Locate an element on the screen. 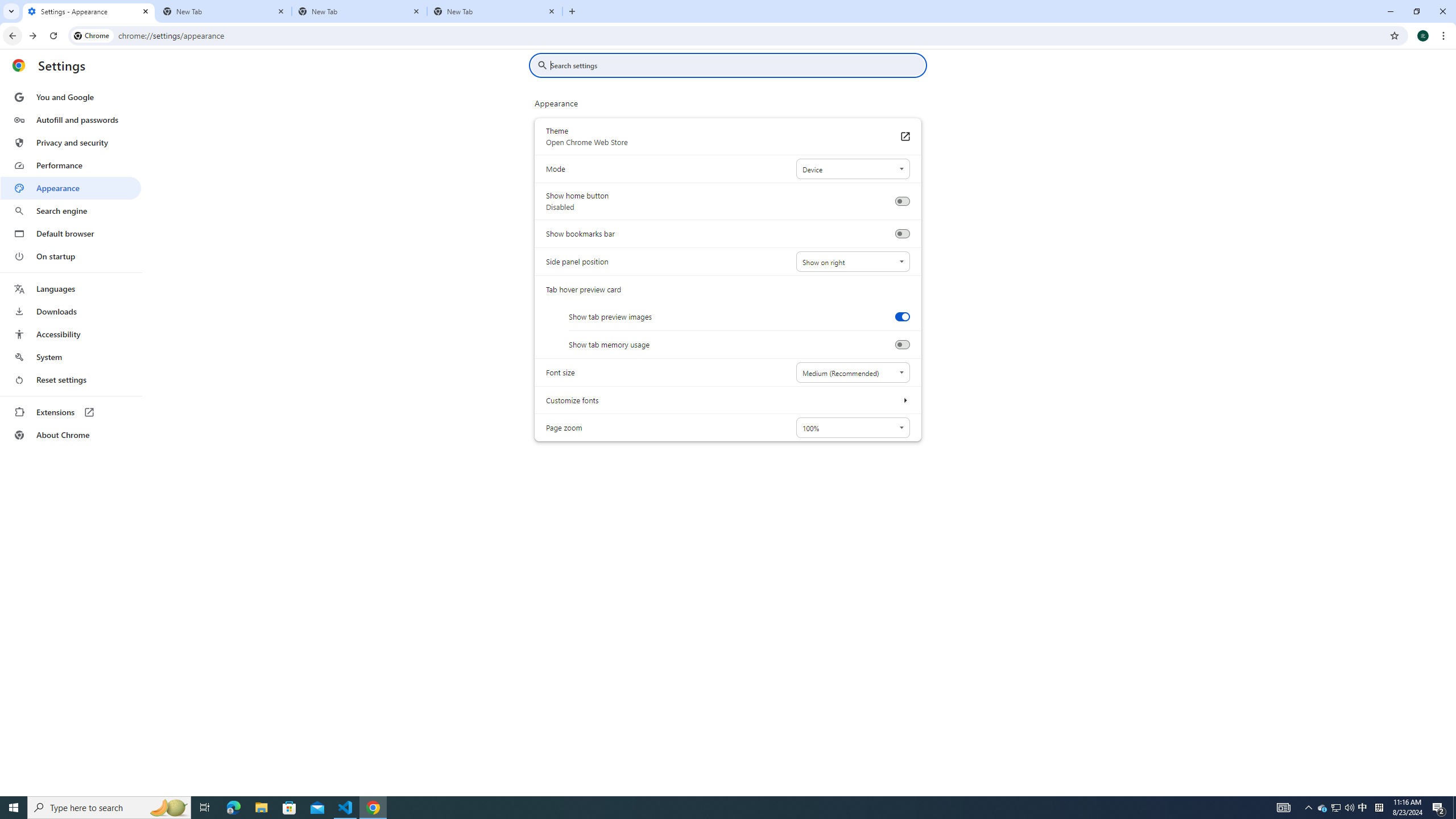  'Show bookmarks bar' is located at coordinates (901, 233).